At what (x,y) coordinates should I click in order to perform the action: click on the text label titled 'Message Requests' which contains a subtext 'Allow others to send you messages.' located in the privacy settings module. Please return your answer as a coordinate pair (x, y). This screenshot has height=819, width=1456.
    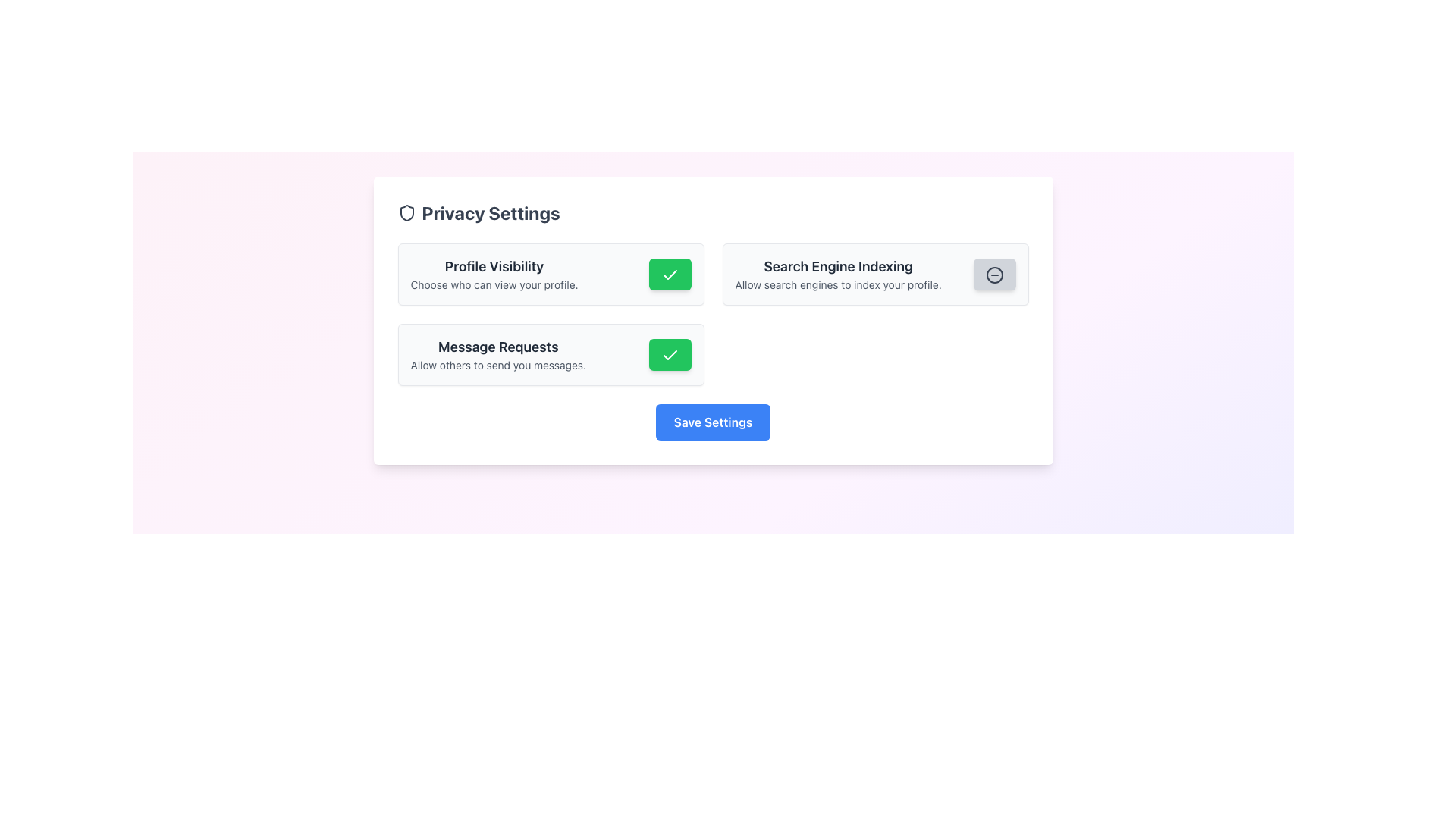
    Looking at the image, I should click on (498, 354).